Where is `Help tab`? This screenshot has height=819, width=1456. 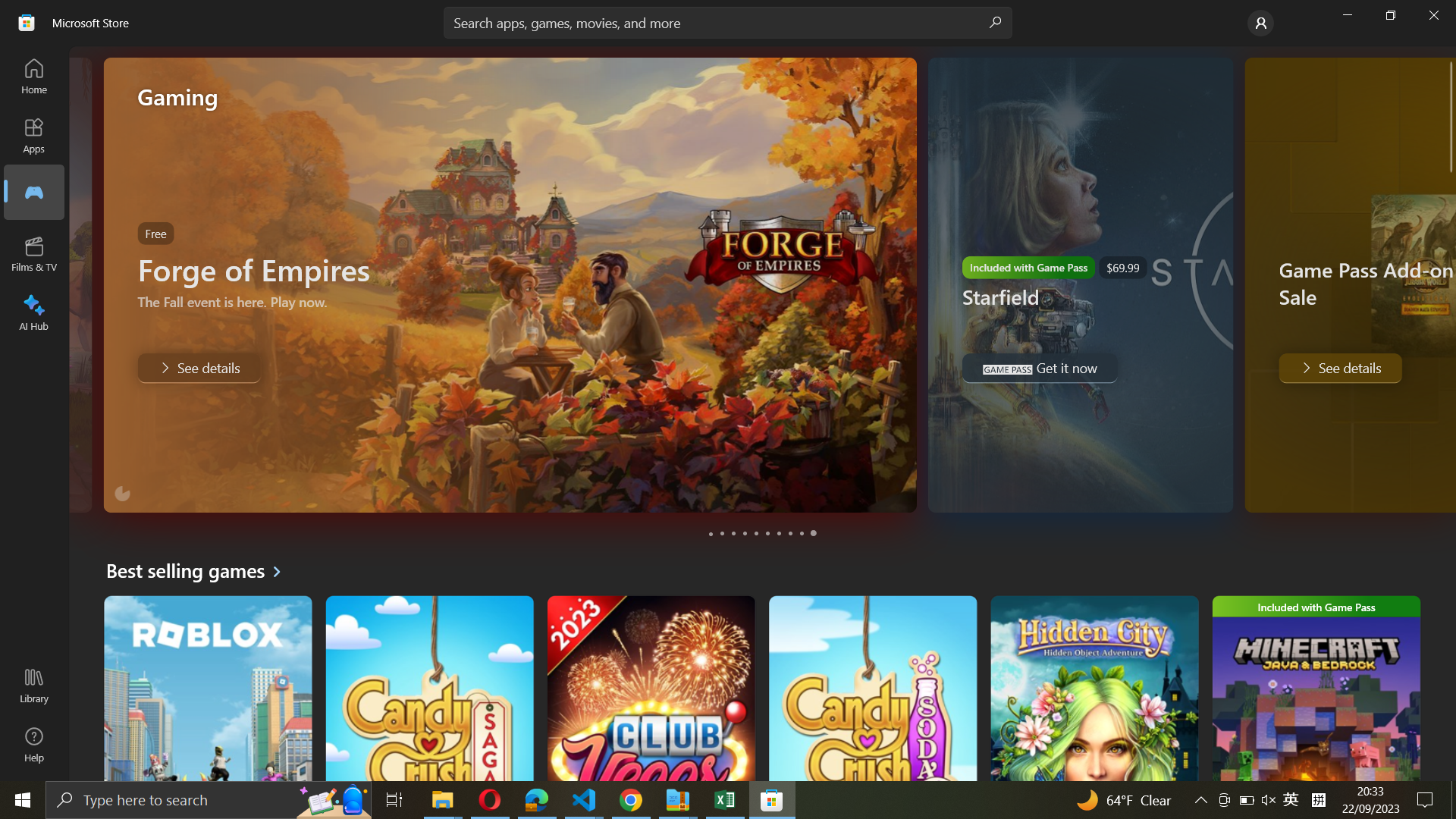
Help tab is located at coordinates (33, 745).